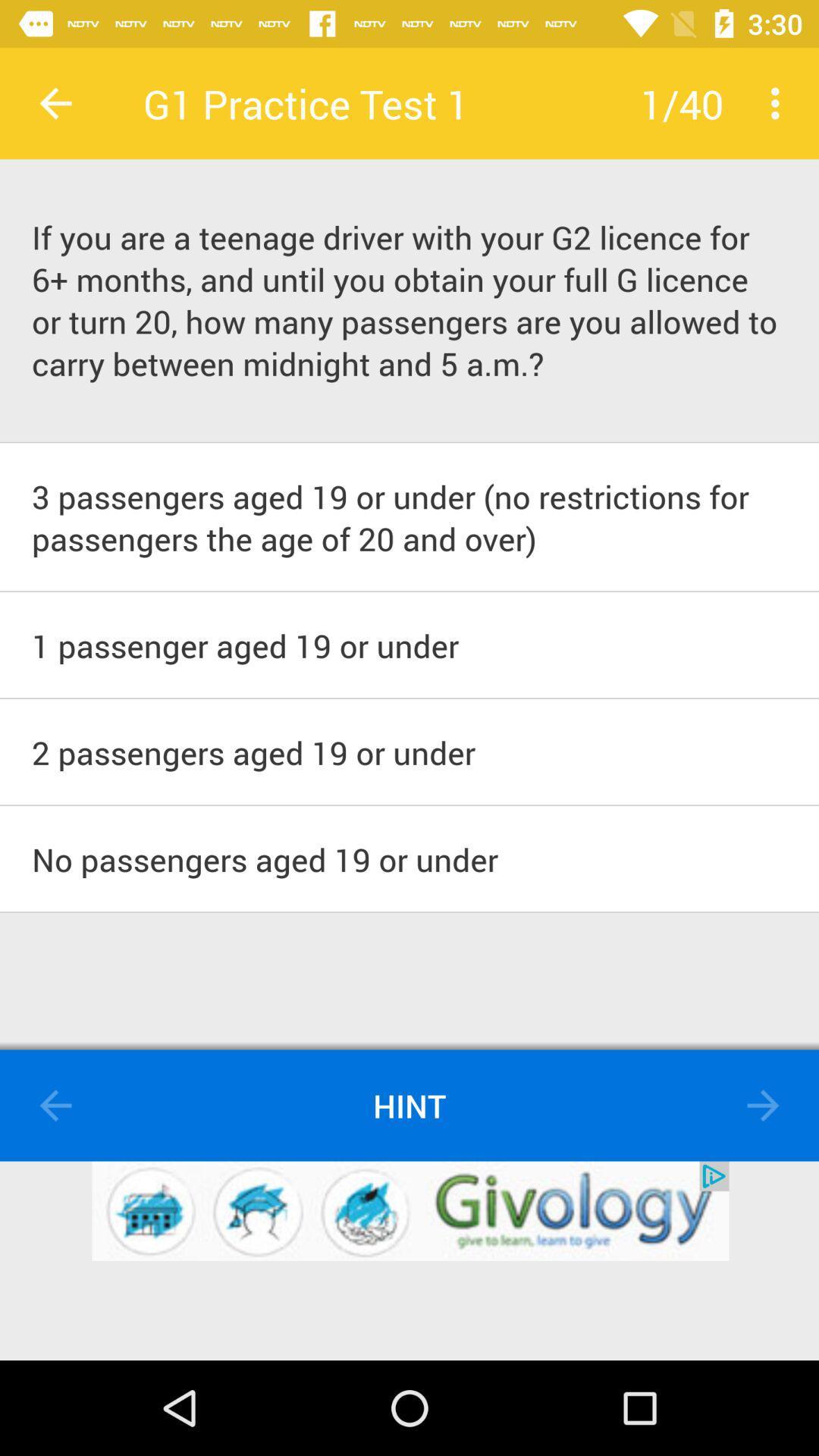  What do you see at coordinates (763, 1106) in the screenshot?
I see `the arrow_forward icon` at bounding box center [763, 1106].